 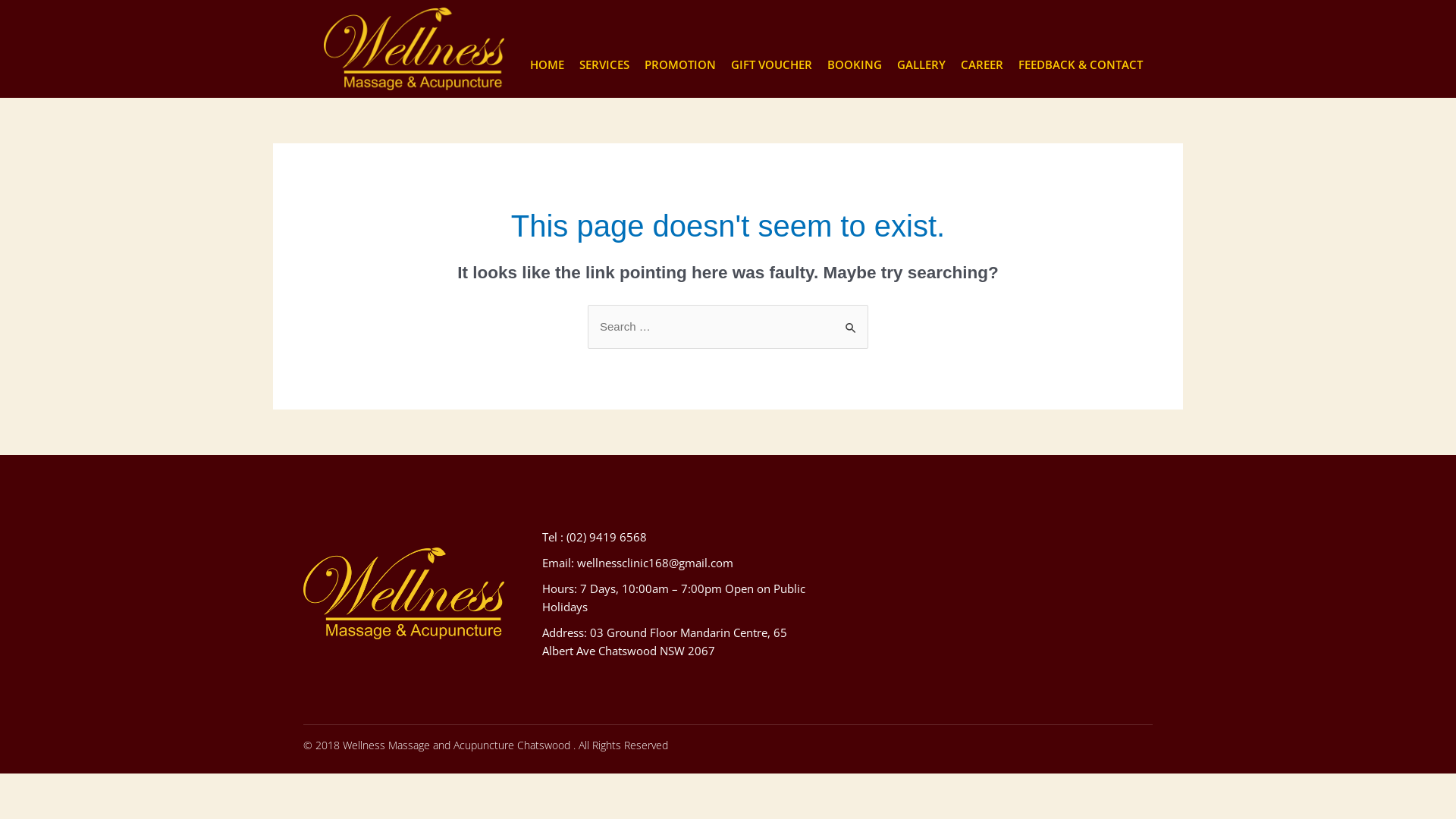 What do you see at coordinates (546, 63) in the screenshot?
I see `'HOME'` at bounding box center [546, 63].